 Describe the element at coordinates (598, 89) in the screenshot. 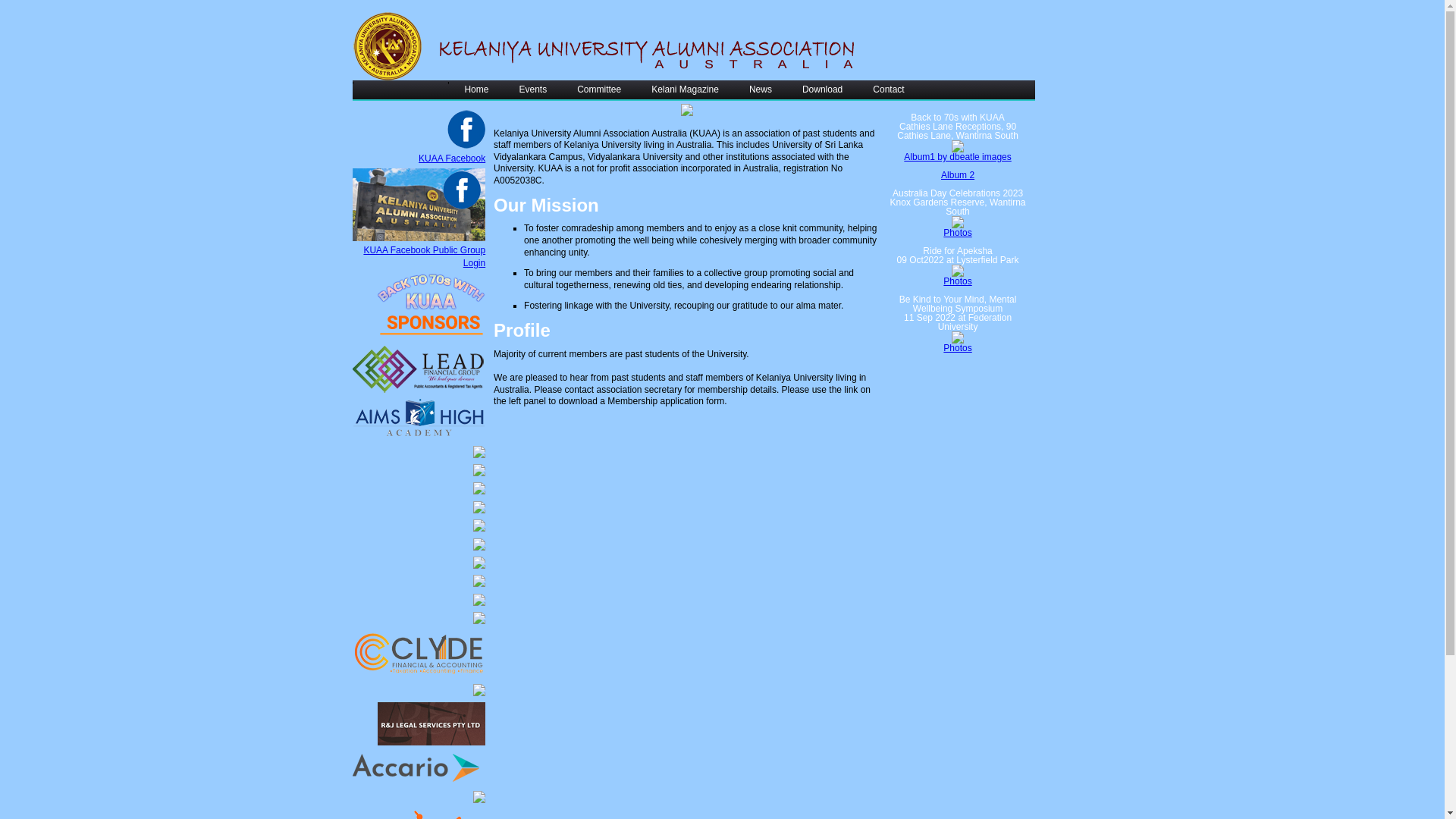

I see `'Committee'` at that location.